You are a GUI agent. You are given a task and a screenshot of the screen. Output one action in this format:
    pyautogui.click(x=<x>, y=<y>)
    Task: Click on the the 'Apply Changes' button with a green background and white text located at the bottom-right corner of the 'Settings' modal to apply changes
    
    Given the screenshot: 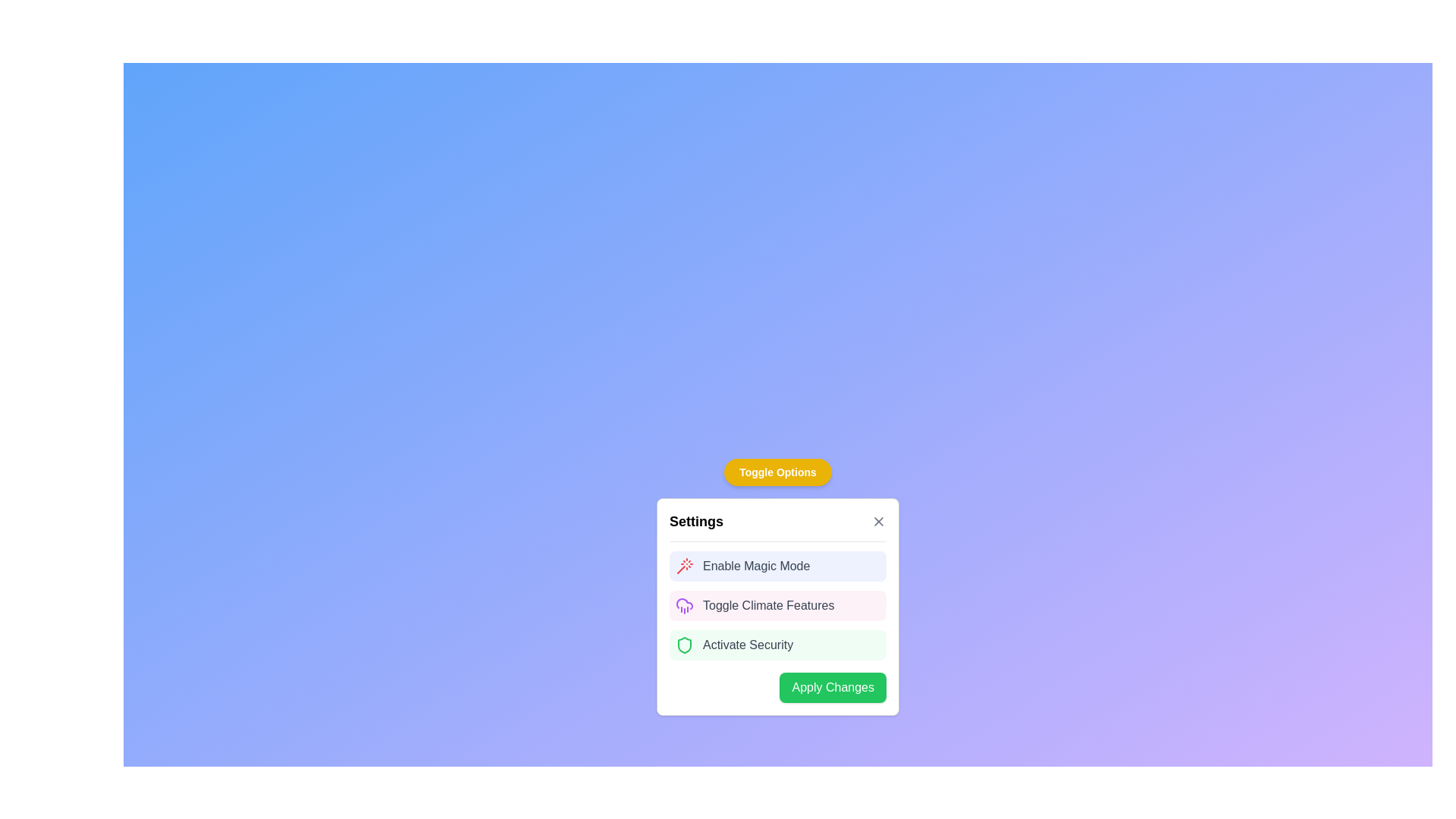 What is the action you would take?
    pyautogui.click(x=778, y=687)
    